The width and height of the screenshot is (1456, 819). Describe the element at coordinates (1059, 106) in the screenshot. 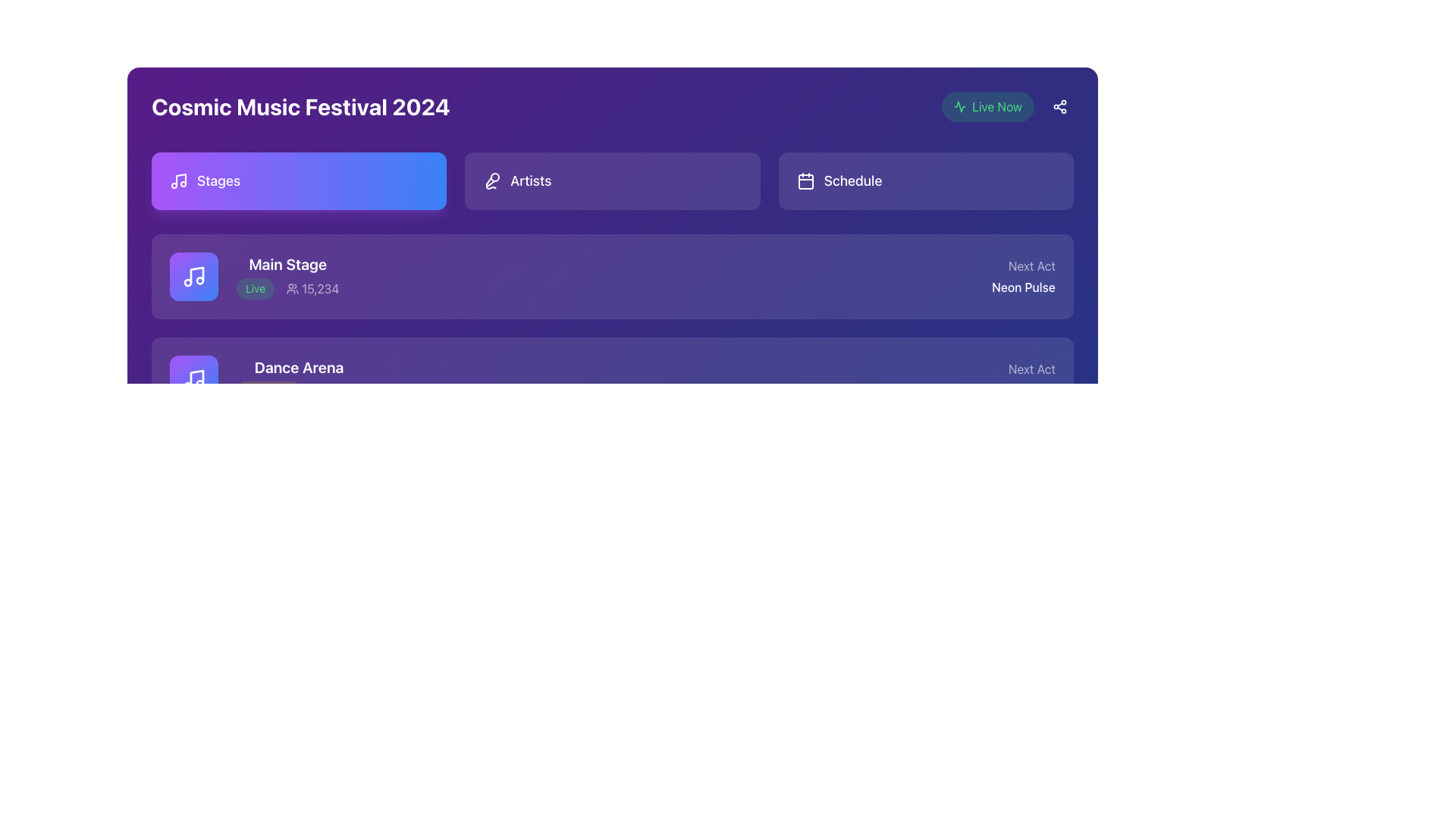

I see `the circular share button with a network-like icon located at the top-right corner of the interface, adjacent to the 'Live Now' button` at that location.